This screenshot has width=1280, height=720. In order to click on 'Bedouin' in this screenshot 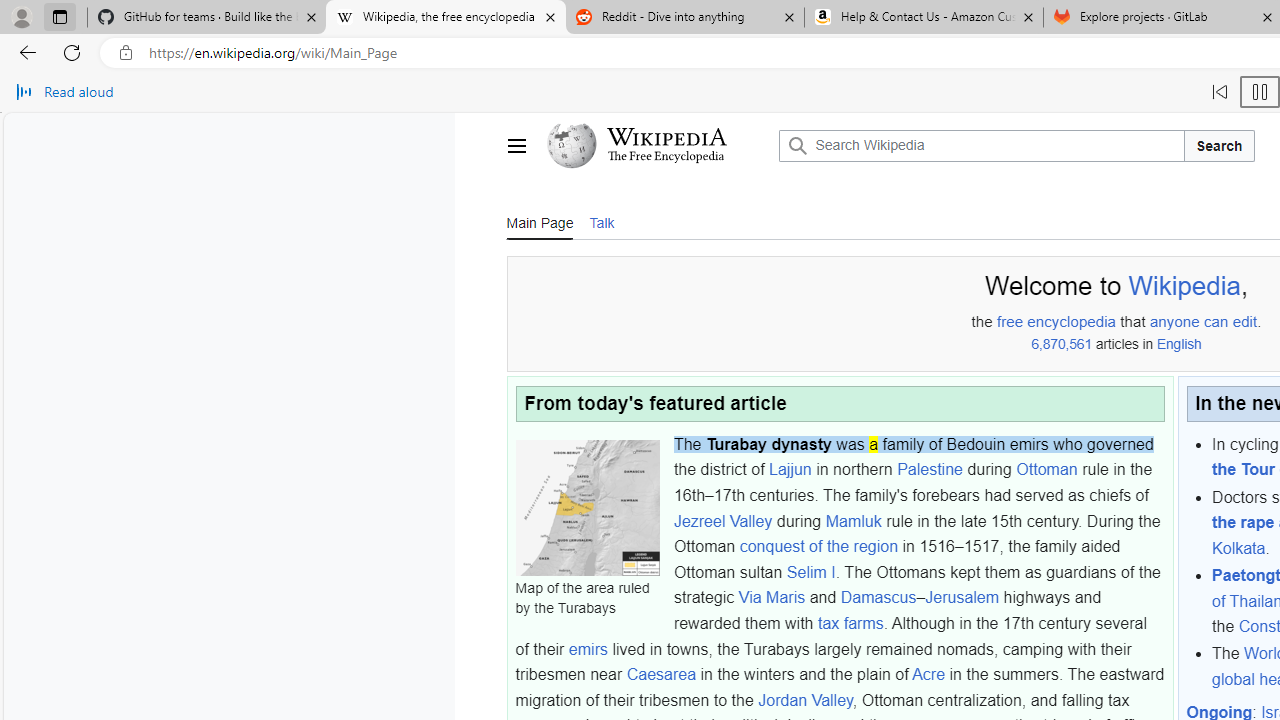, I will do `click(976, 442)`.